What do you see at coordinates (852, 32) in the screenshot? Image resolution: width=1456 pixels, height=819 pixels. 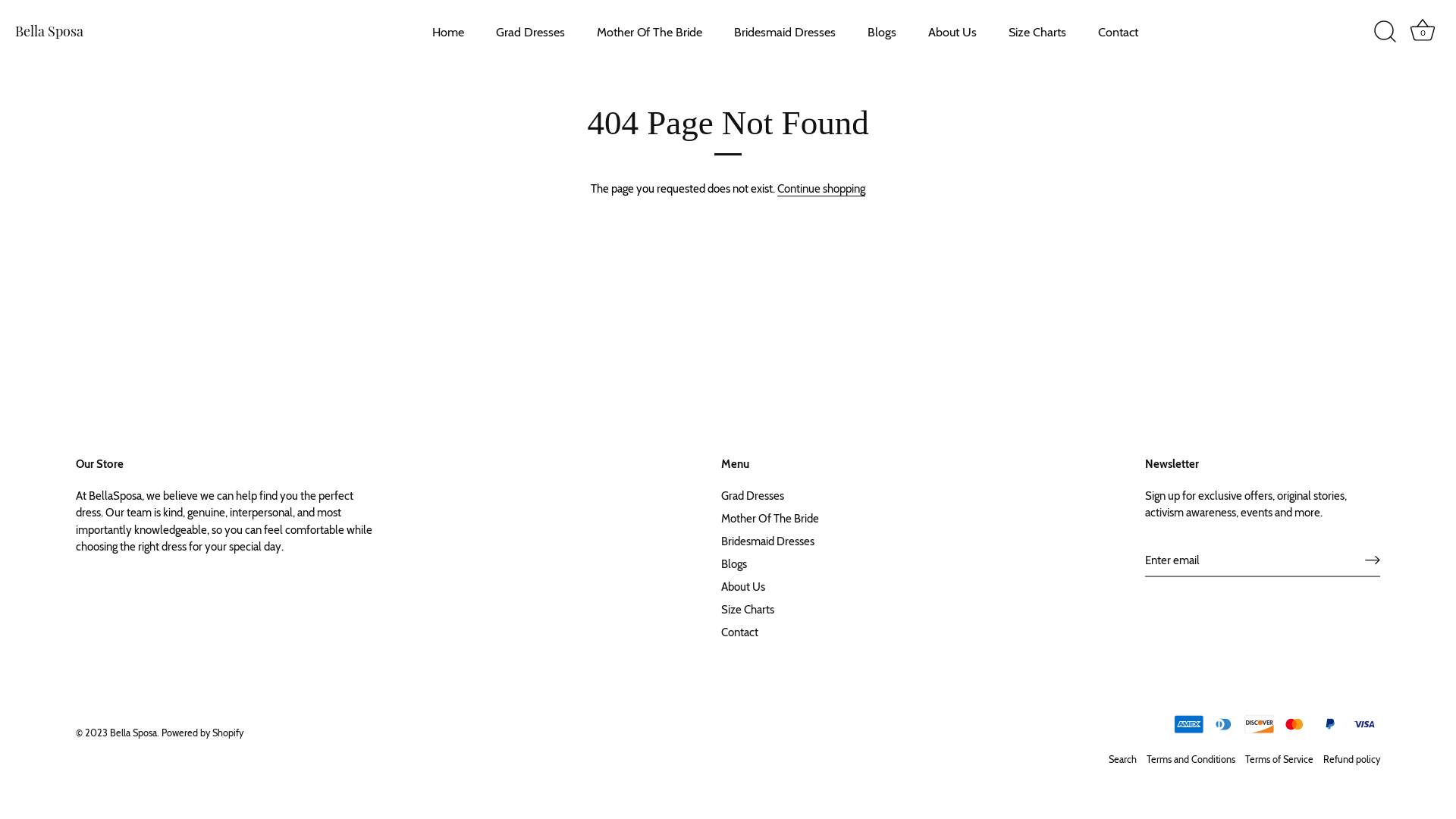 I see `'Blogs'` at bounding box center [852, 32].